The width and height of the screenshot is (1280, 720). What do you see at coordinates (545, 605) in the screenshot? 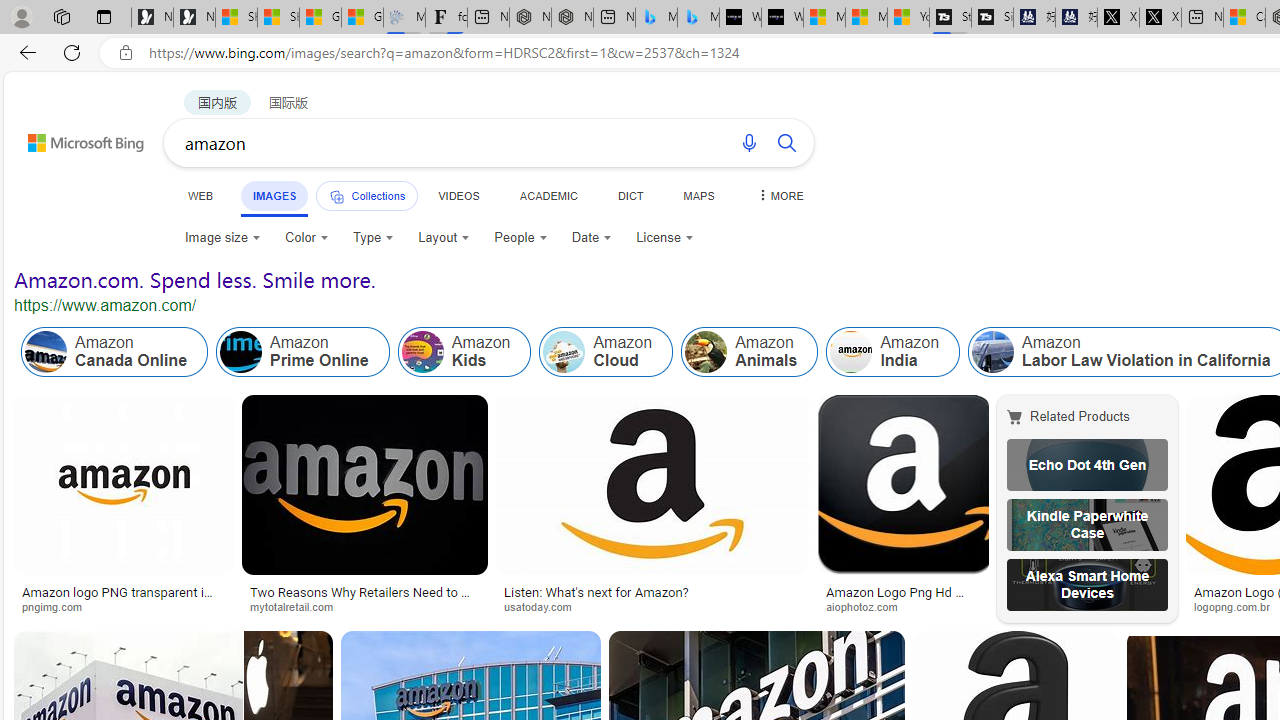
I see `'usatoday.com'` at bounding box center [545, 605].